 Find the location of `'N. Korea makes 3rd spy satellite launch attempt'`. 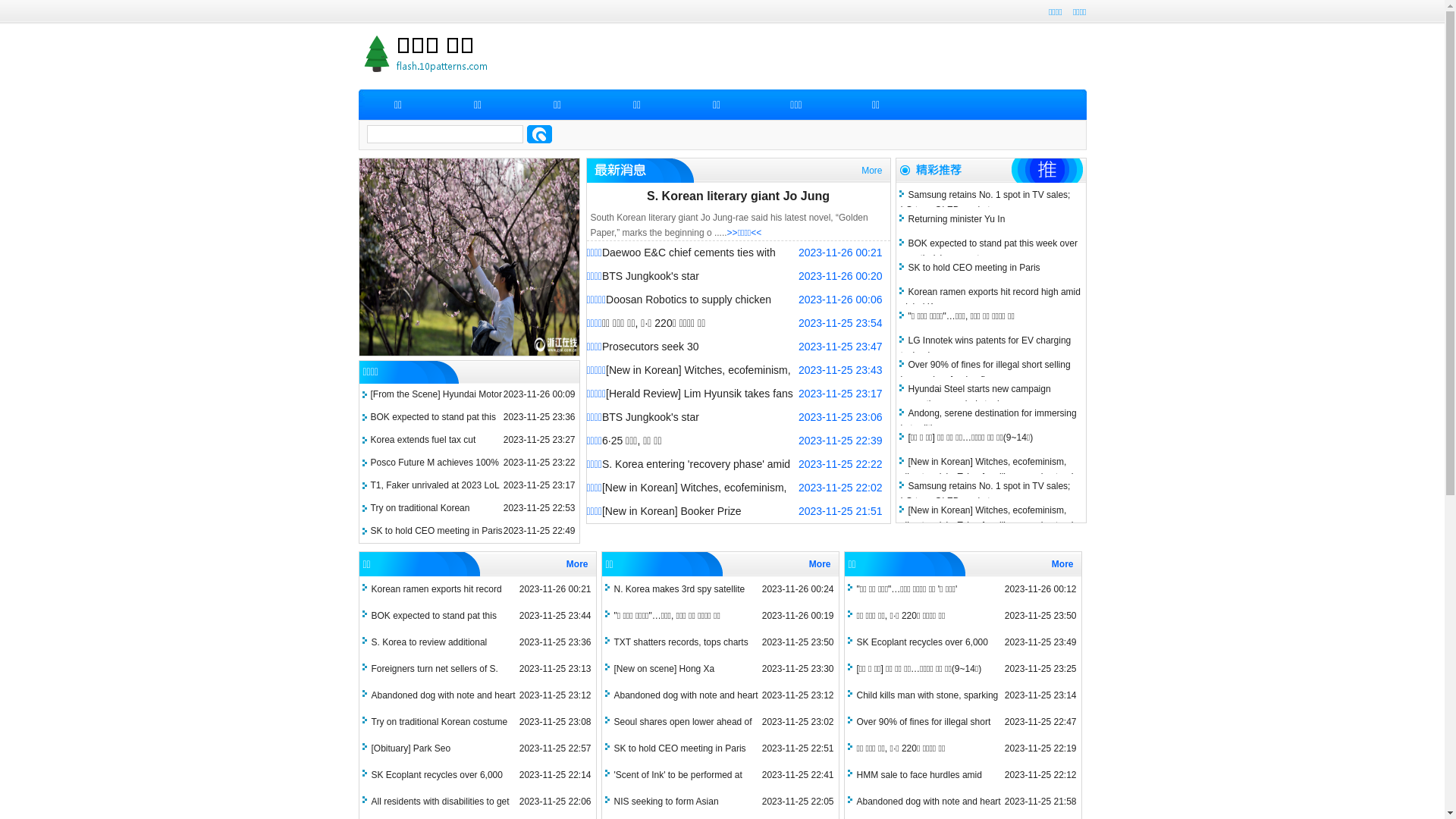

'N. Korea makes 3rd spy satellite launch attempt' is located at coordinates (607, 597).